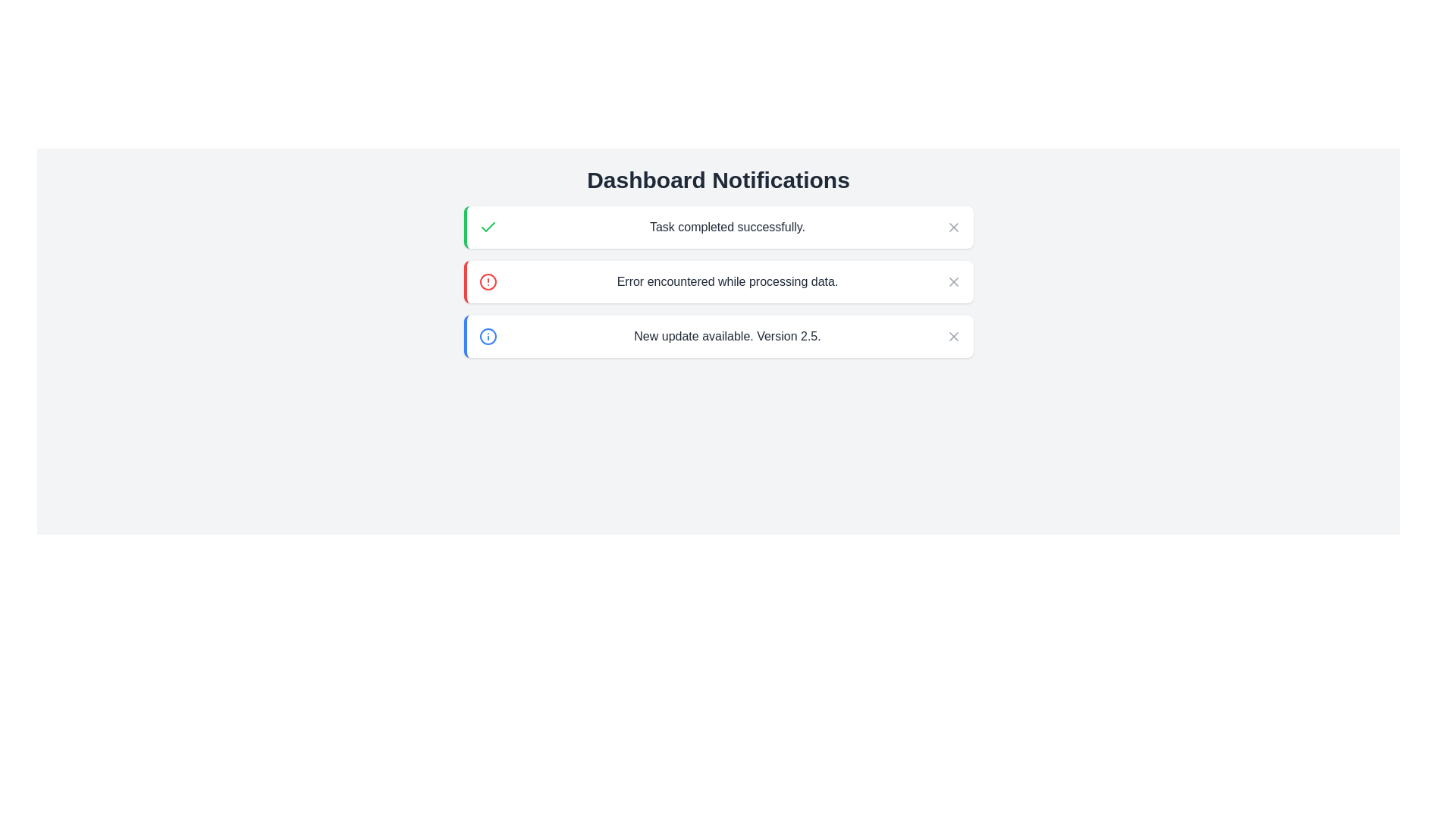 The width and height of the screenshot is (1456, 819). What do you see at coordinates (952, 335) in the screenshot?
I see `the Close button located in the top-right corner of the notification card labeled 'New update available. Version 2.5.'` at bounding box center [952, 335].